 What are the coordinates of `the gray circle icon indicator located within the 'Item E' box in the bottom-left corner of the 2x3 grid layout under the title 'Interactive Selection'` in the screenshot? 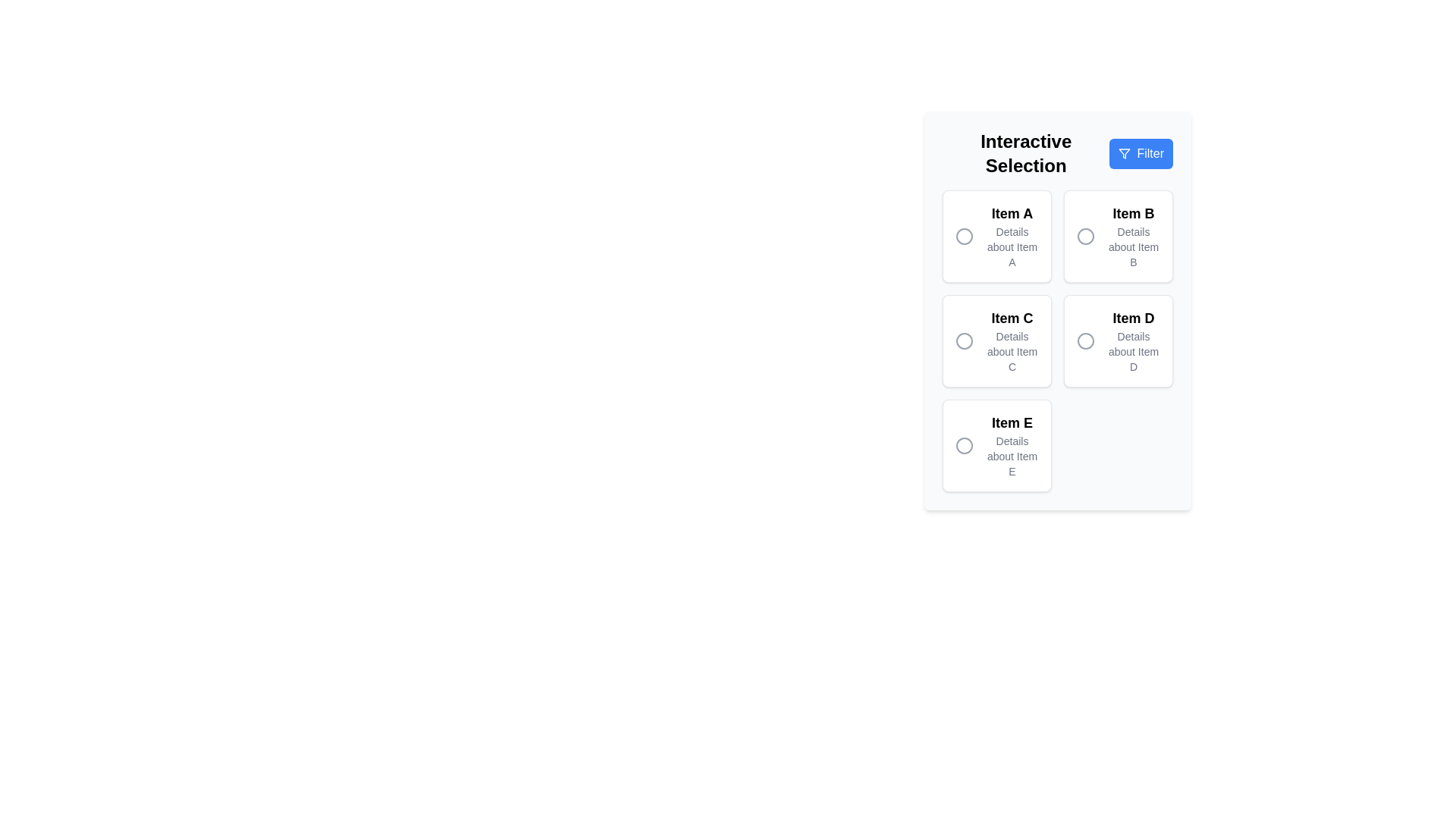 It's located at (964, 444).